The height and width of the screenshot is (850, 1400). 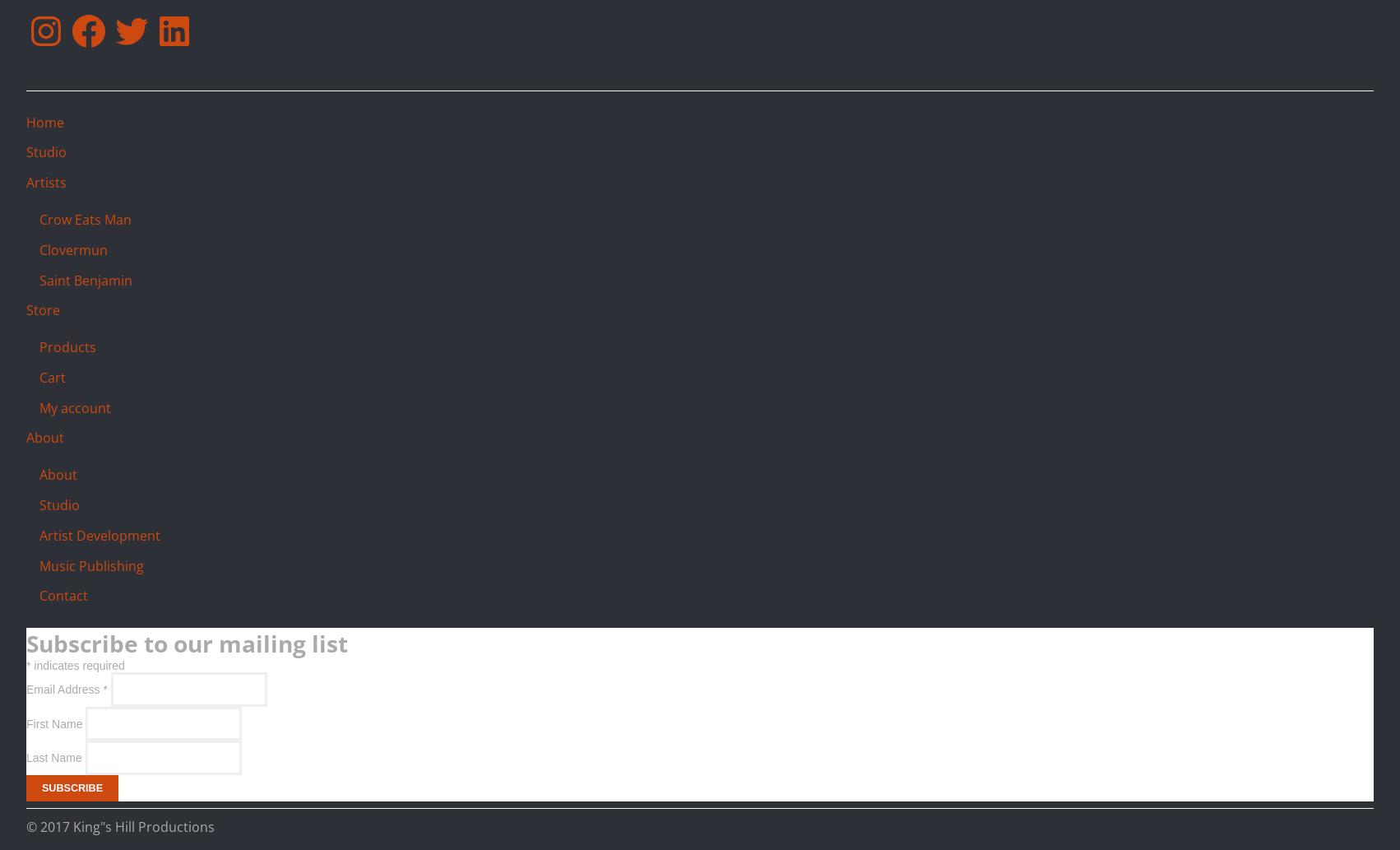 What do you see at coordinates (64, 689) in the screenshot?
I see `'Email Address'` at bounding box center [64, 689].